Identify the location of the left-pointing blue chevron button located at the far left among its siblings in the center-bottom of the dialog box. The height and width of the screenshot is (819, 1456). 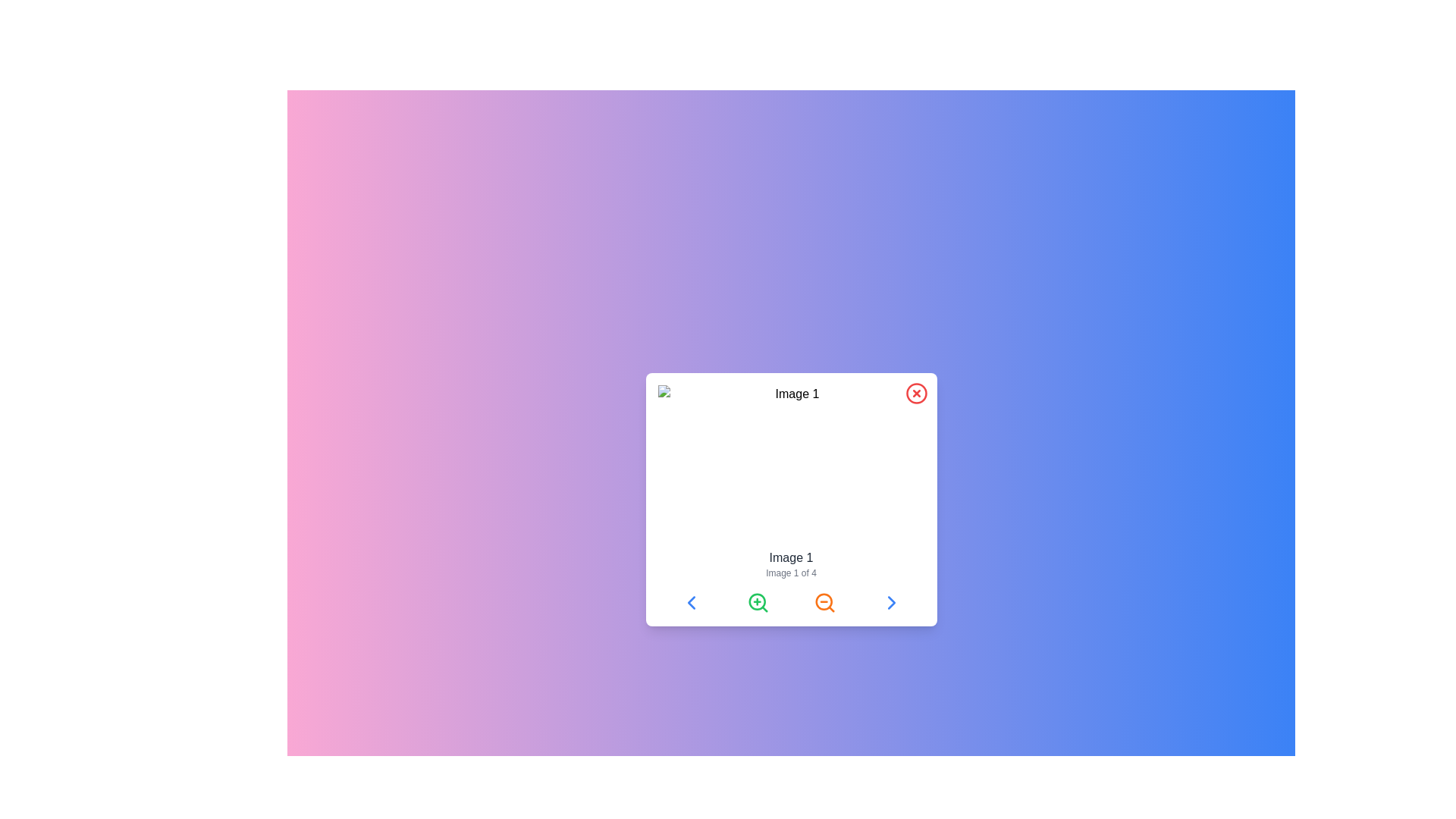
(690, 601).